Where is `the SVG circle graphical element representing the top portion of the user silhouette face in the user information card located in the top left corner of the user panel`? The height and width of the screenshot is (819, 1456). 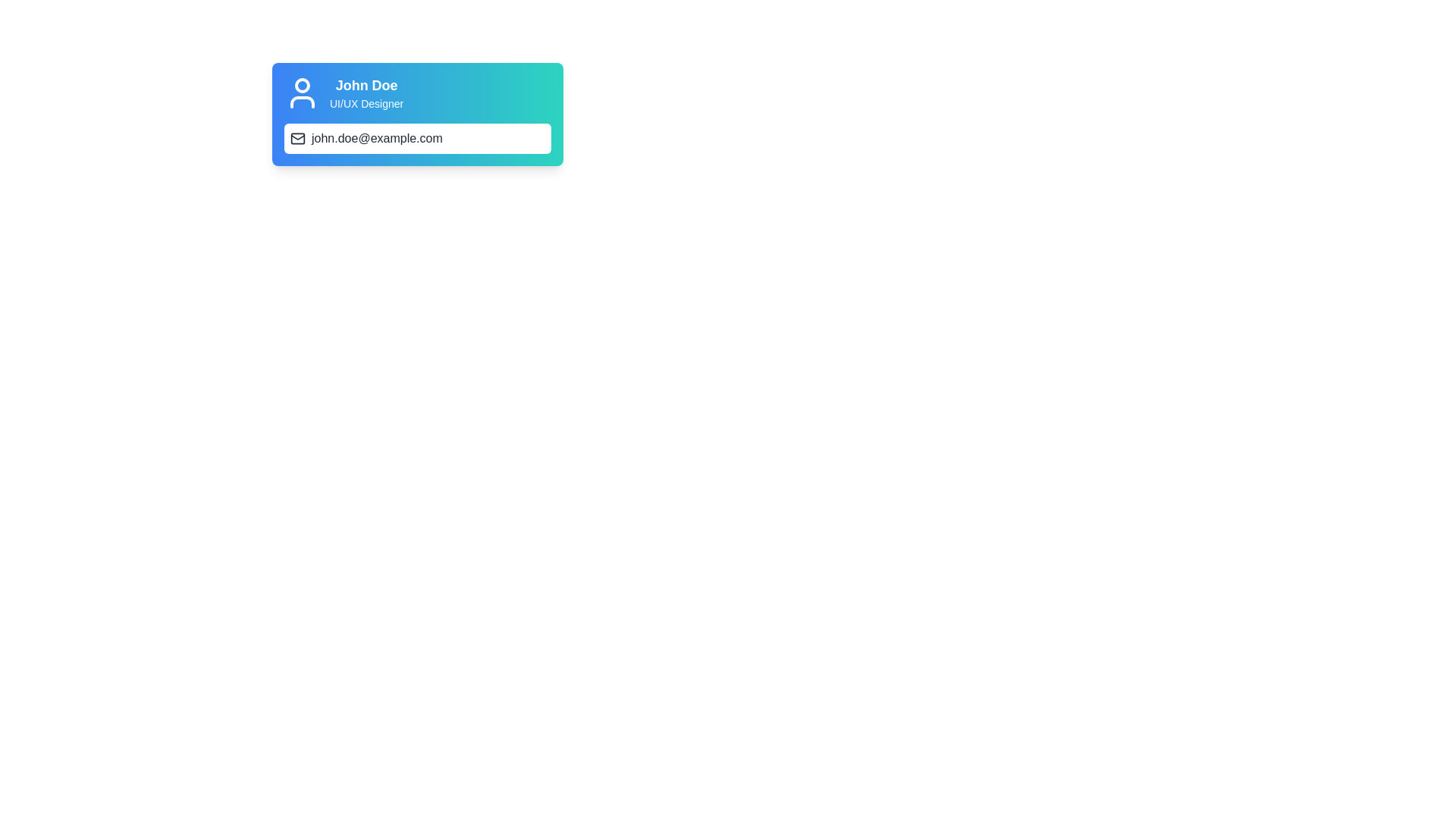 the SVG circle graphical element representing the top portion of the user silhouette face in the user information card located in the top left corner of the user panel is located at coordinates (302, 85).